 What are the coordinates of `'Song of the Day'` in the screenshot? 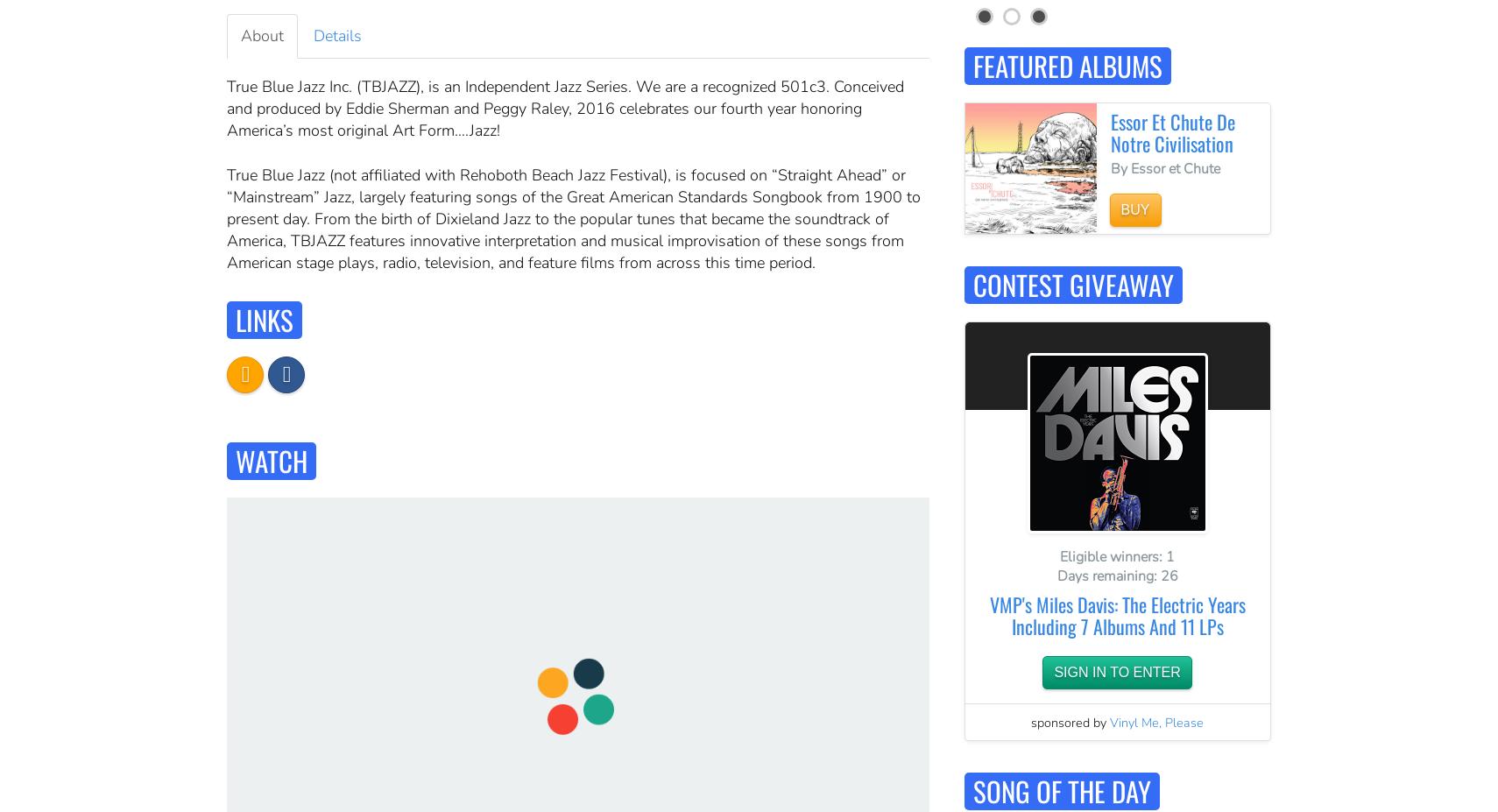 It's located at (1060, 789).